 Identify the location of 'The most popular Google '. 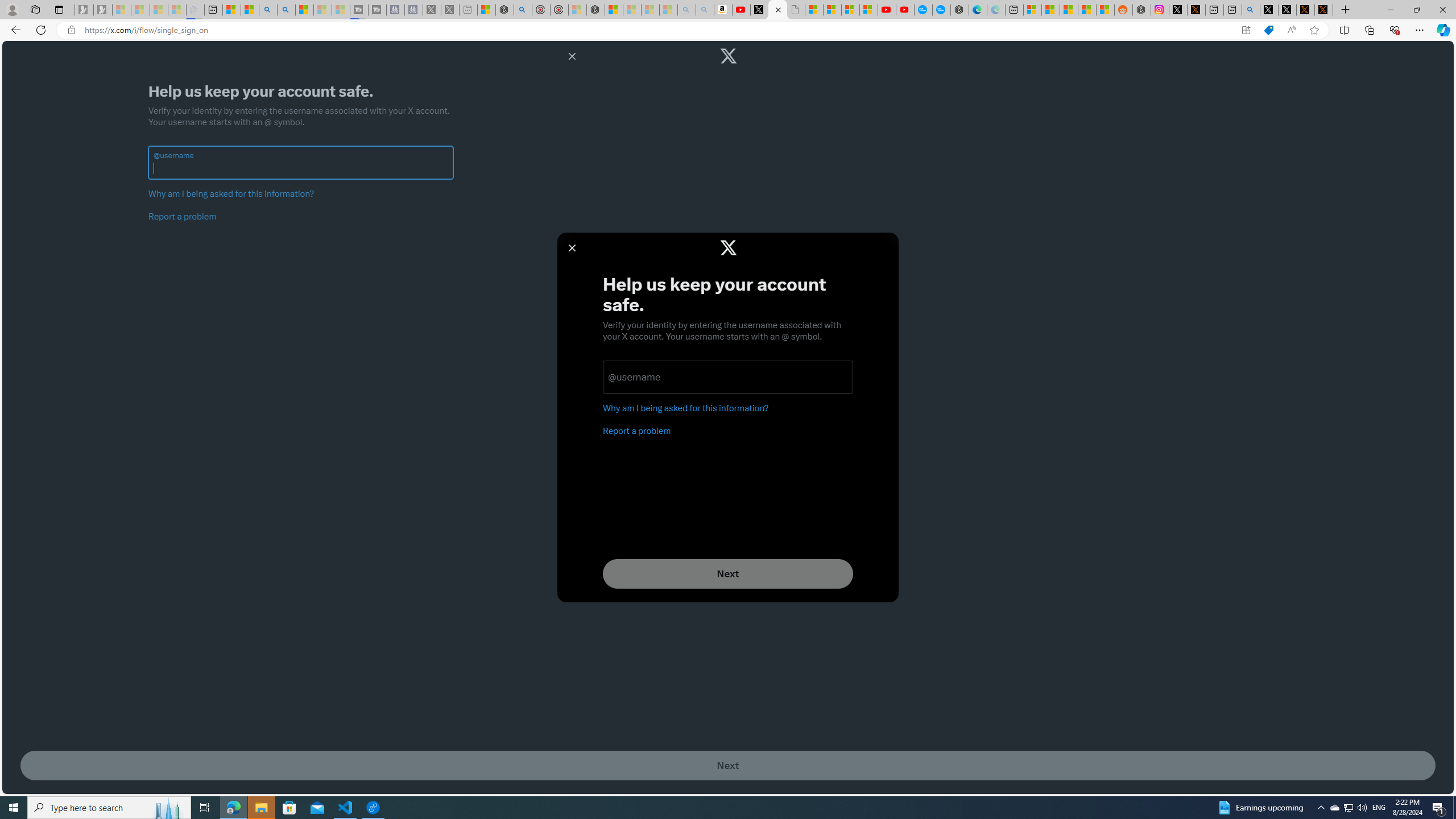
(941, 9).